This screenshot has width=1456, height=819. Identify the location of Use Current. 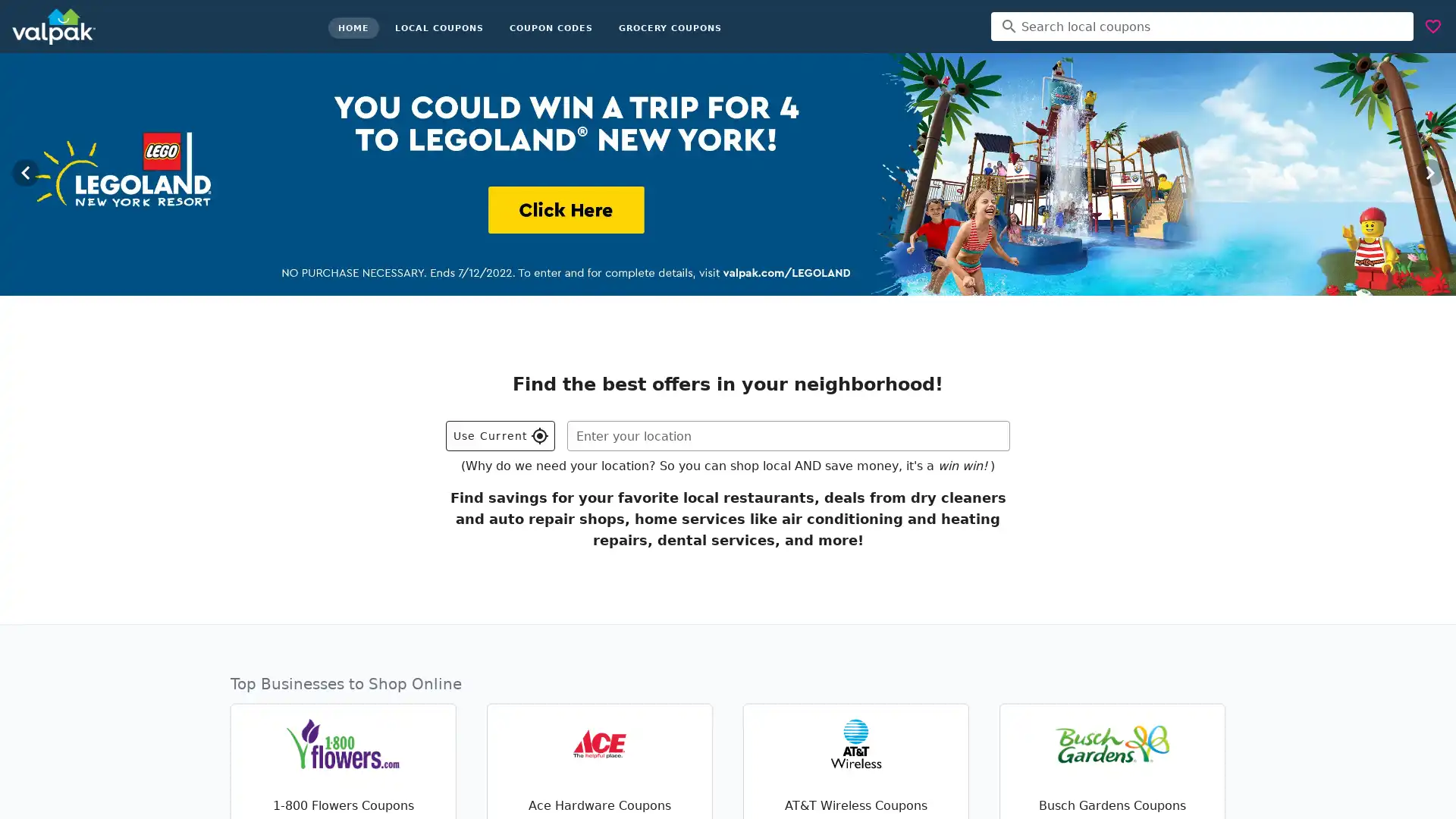
(500, 435).